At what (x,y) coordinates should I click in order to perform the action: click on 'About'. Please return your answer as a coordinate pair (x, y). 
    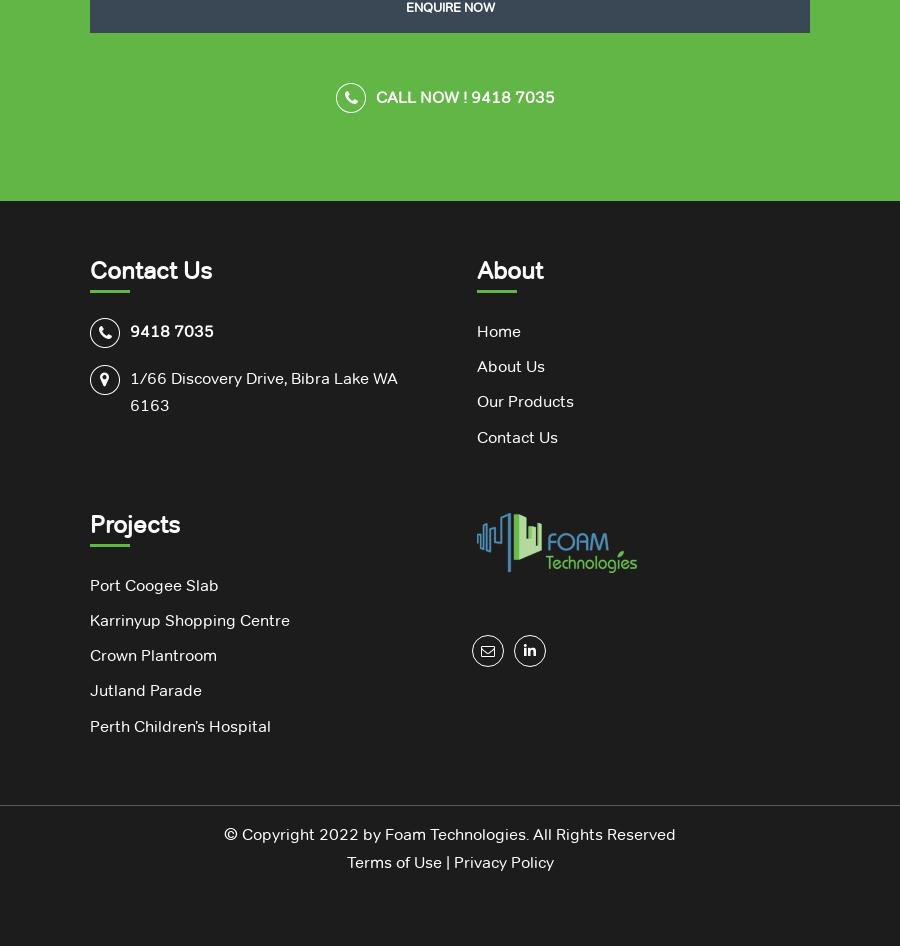
    Looking at the image, I should click on (509, 269).